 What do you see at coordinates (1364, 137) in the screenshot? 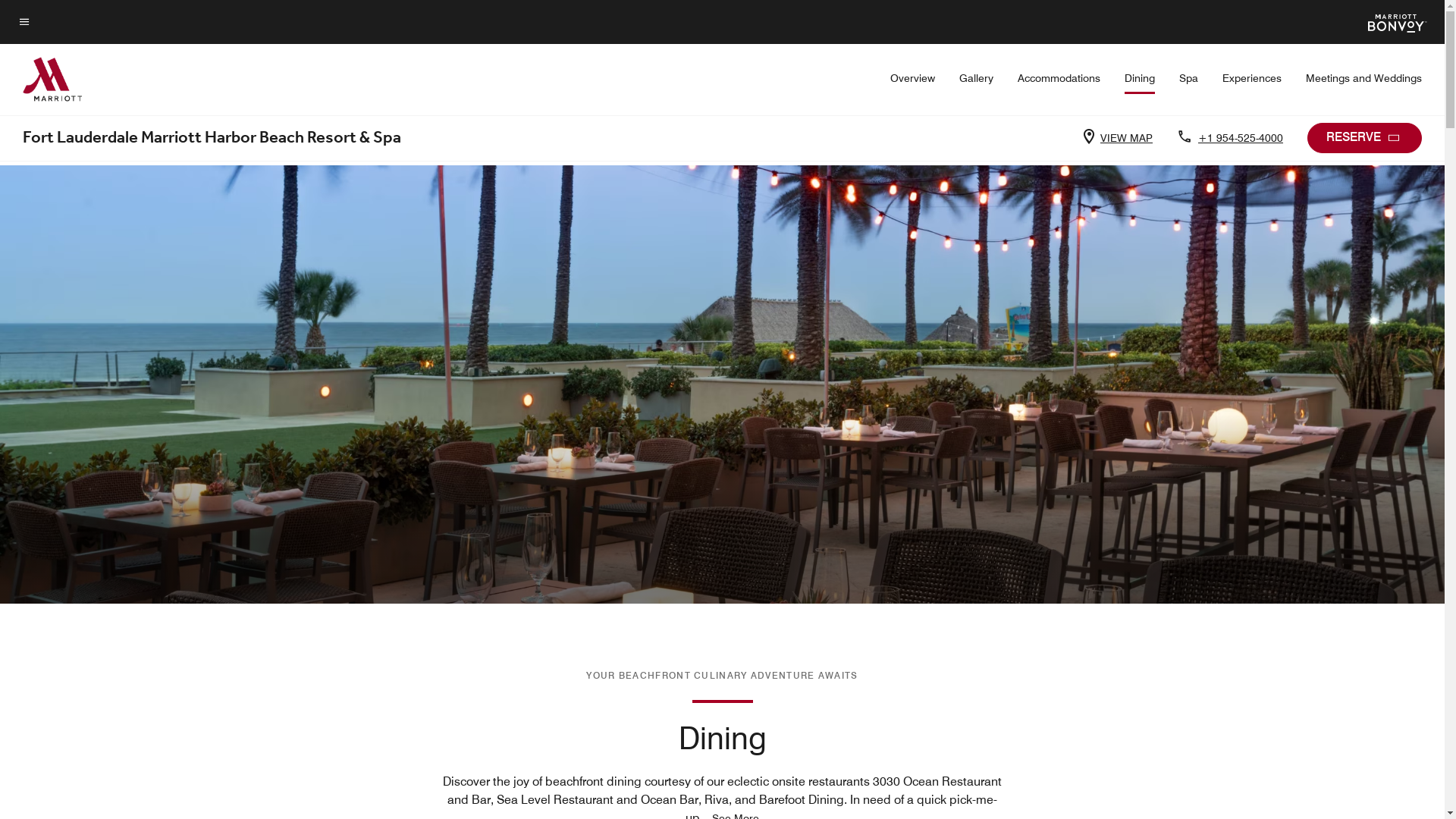
I see `'RESERVE'` at bounding box center [1364, 137].